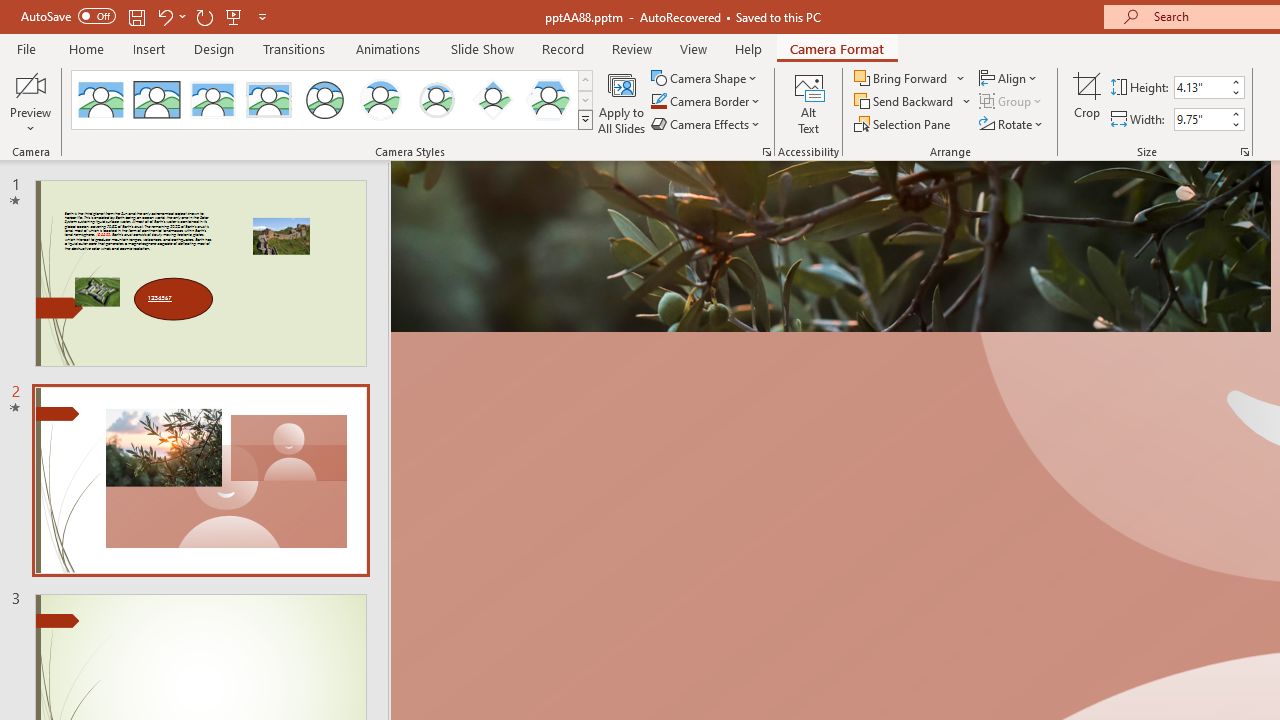  What do you see at coordinates (706, 101) in the screenshot?
I see `'Camera Border'` at bounding box center [706, 101].